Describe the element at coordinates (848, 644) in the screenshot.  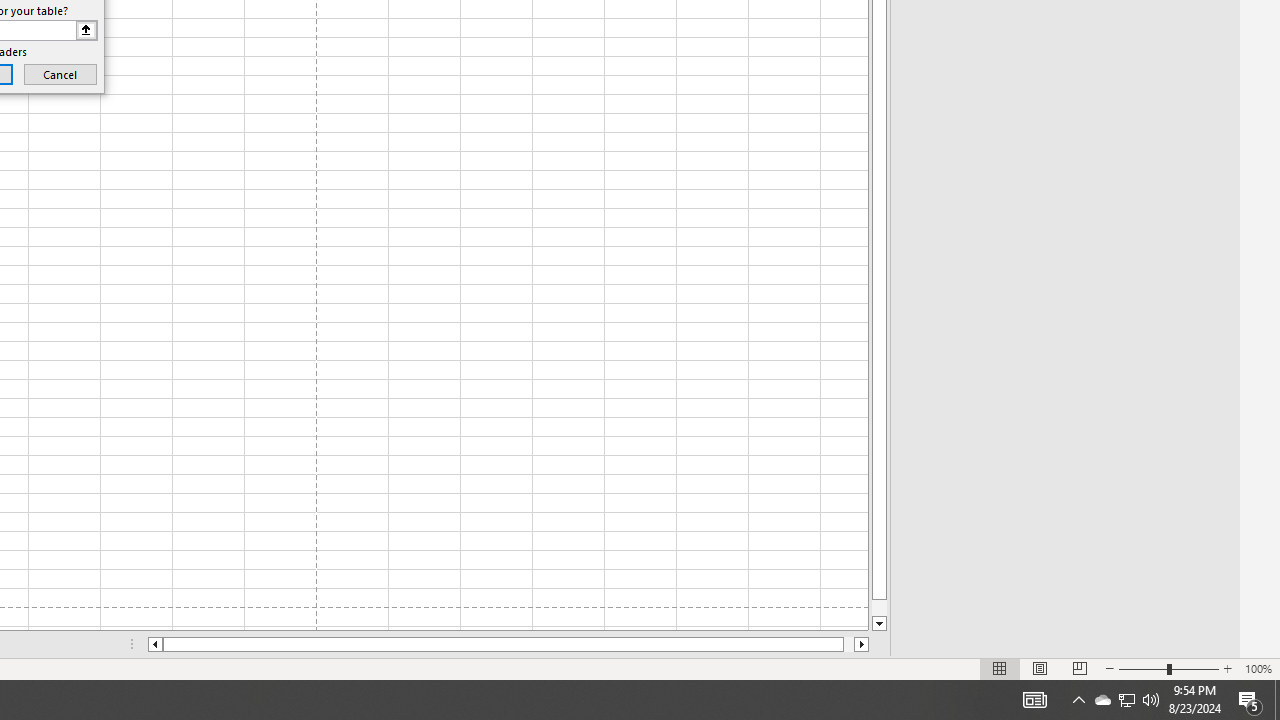
I see `'Page right'` at that location.